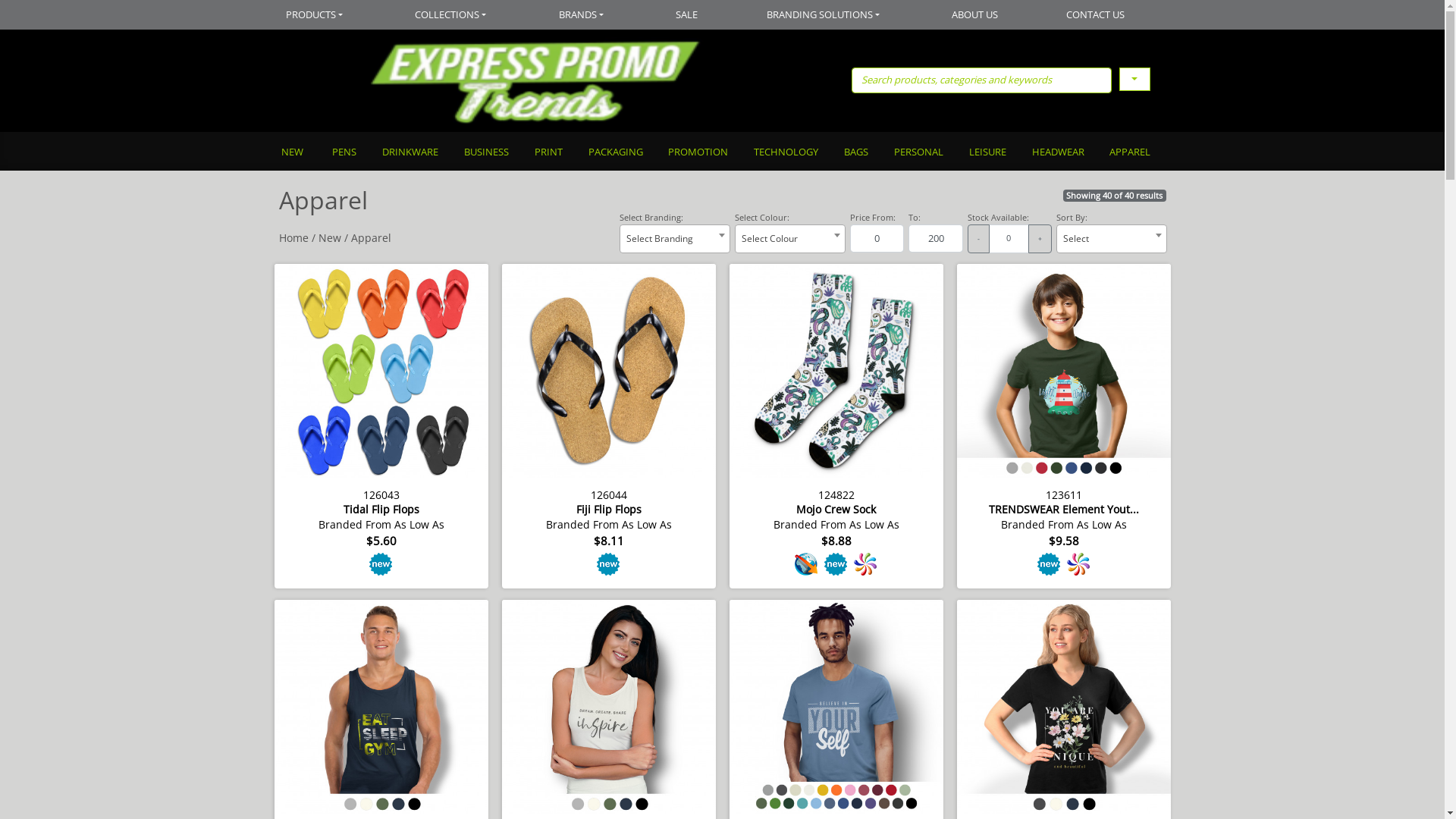  Describe the element at coordinates (293, 237) in the screenshot. I see `'Home'` at that location.